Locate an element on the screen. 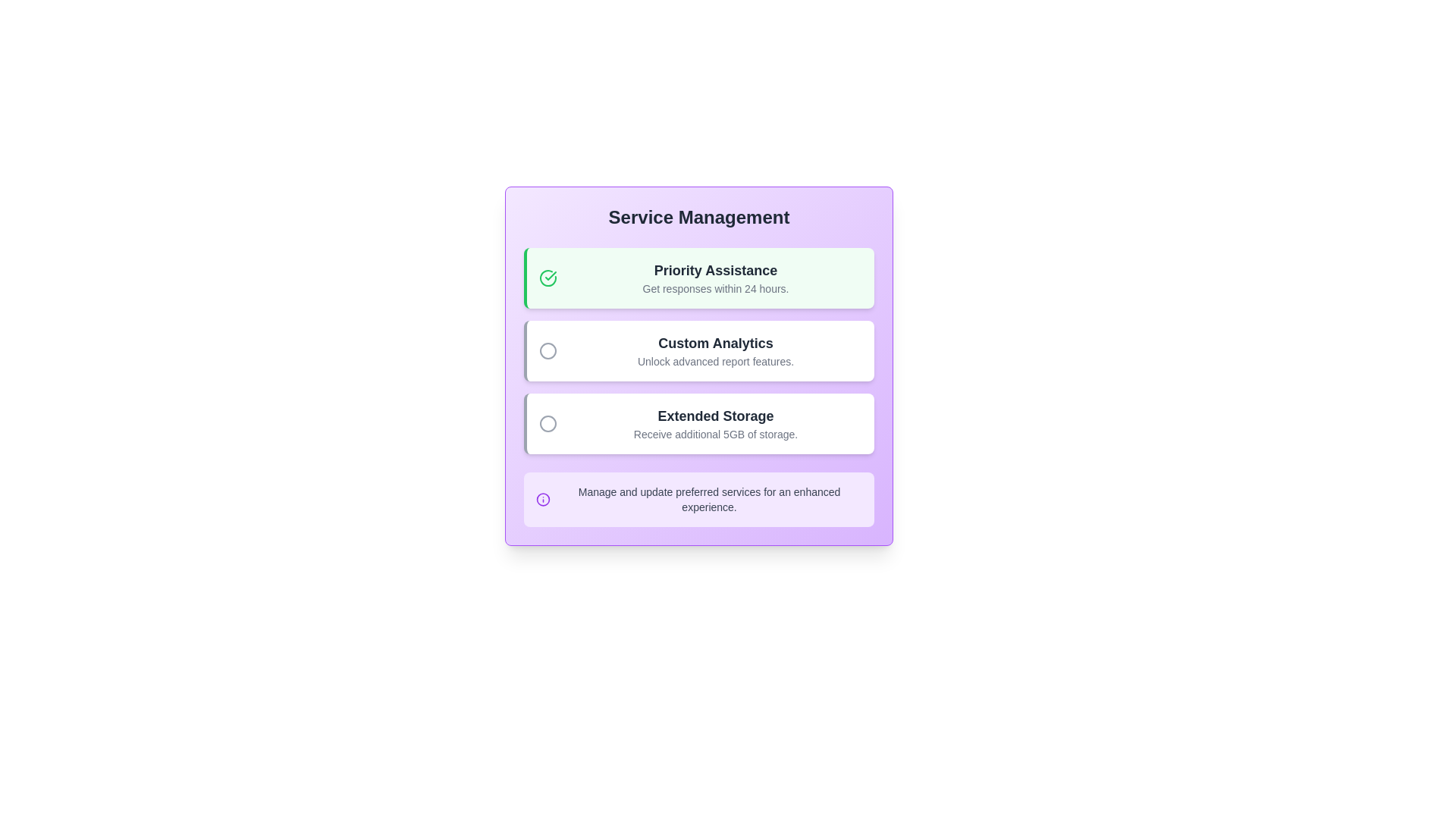 The image size is (1456, 819). the icon representing the selection status of the 'Priority Assistance' feature, indicating that it is currently chosen is located at coordinates (548, 278).